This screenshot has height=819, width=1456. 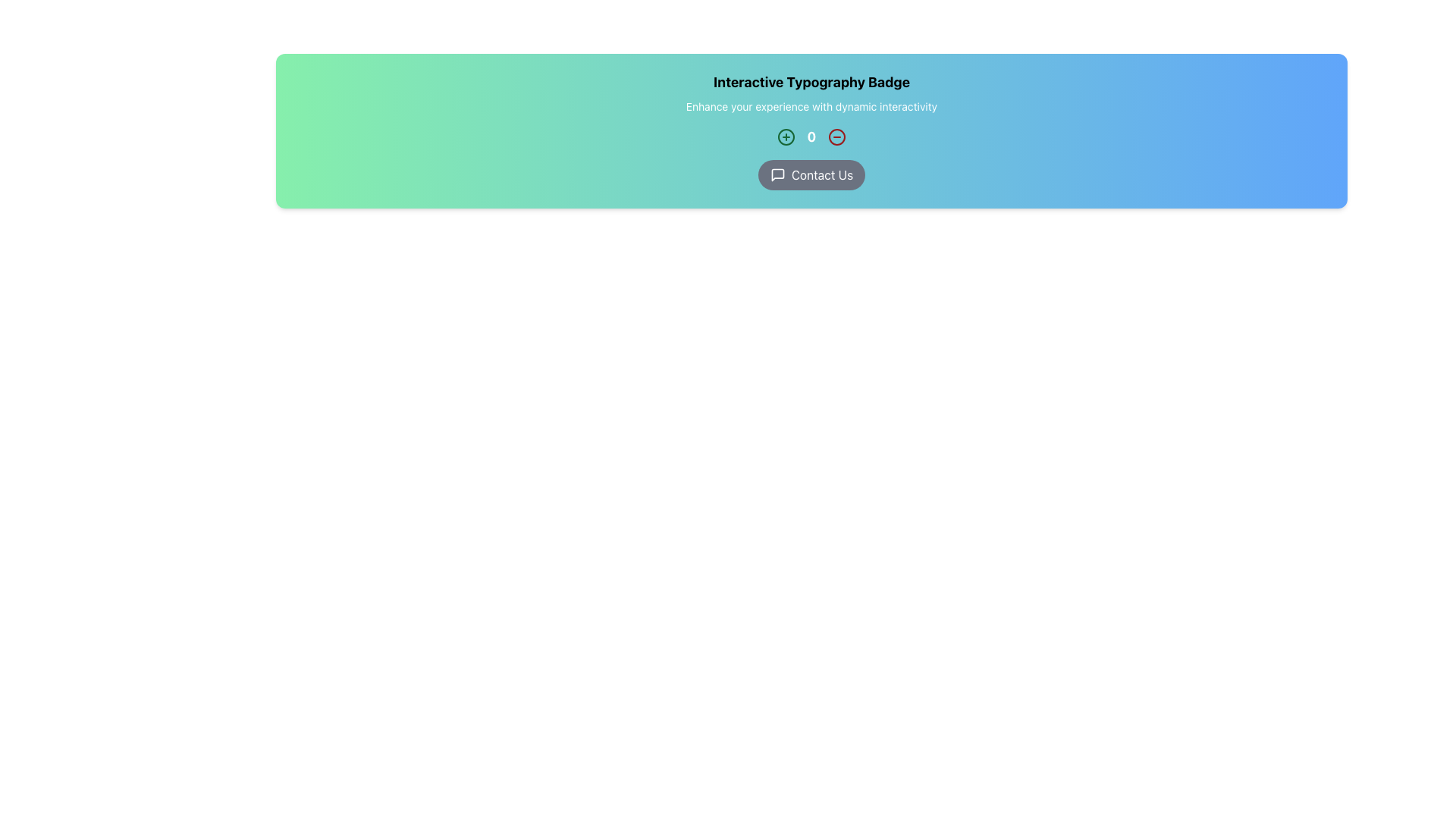 I want to click on the increment button, which is the first of three interactive icons aligned below the subtitle text, to observe hover effects, so click(x=786, y=137).